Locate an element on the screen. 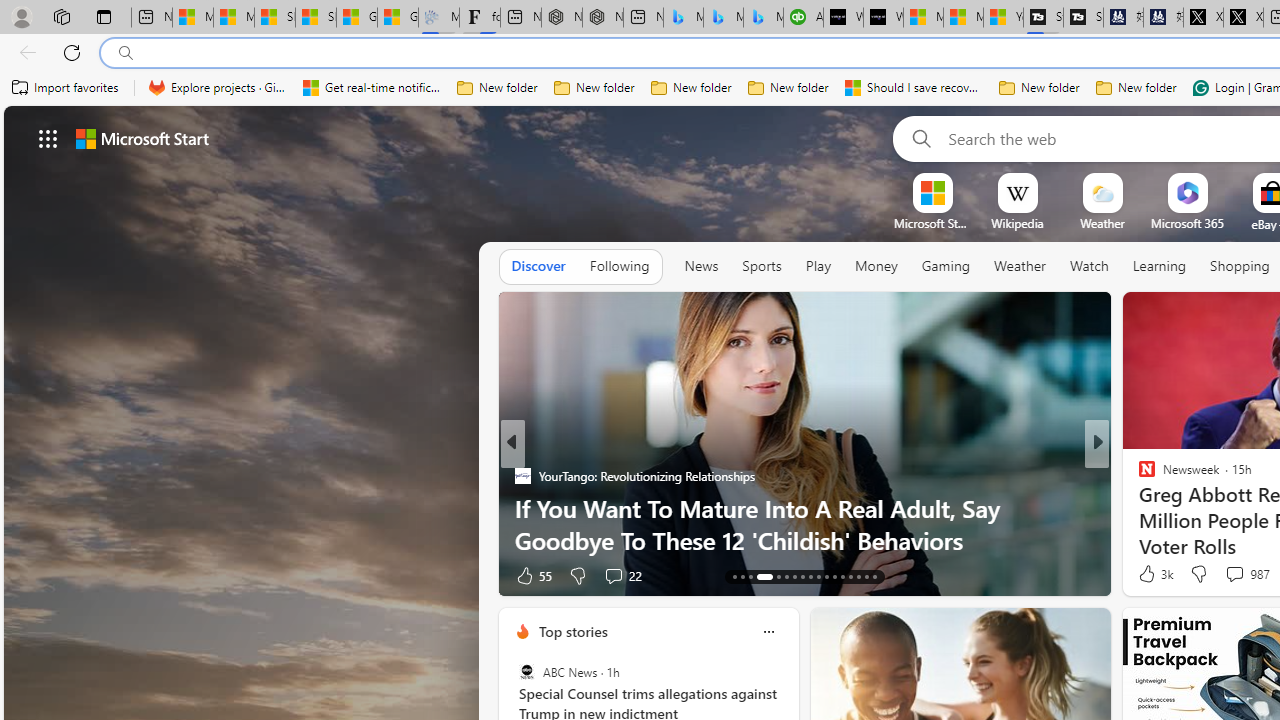 Image resolution: width=1280 pixels, height=720 pixels. 'AutomationID: tab-23' is located at coordinates (826, 577).